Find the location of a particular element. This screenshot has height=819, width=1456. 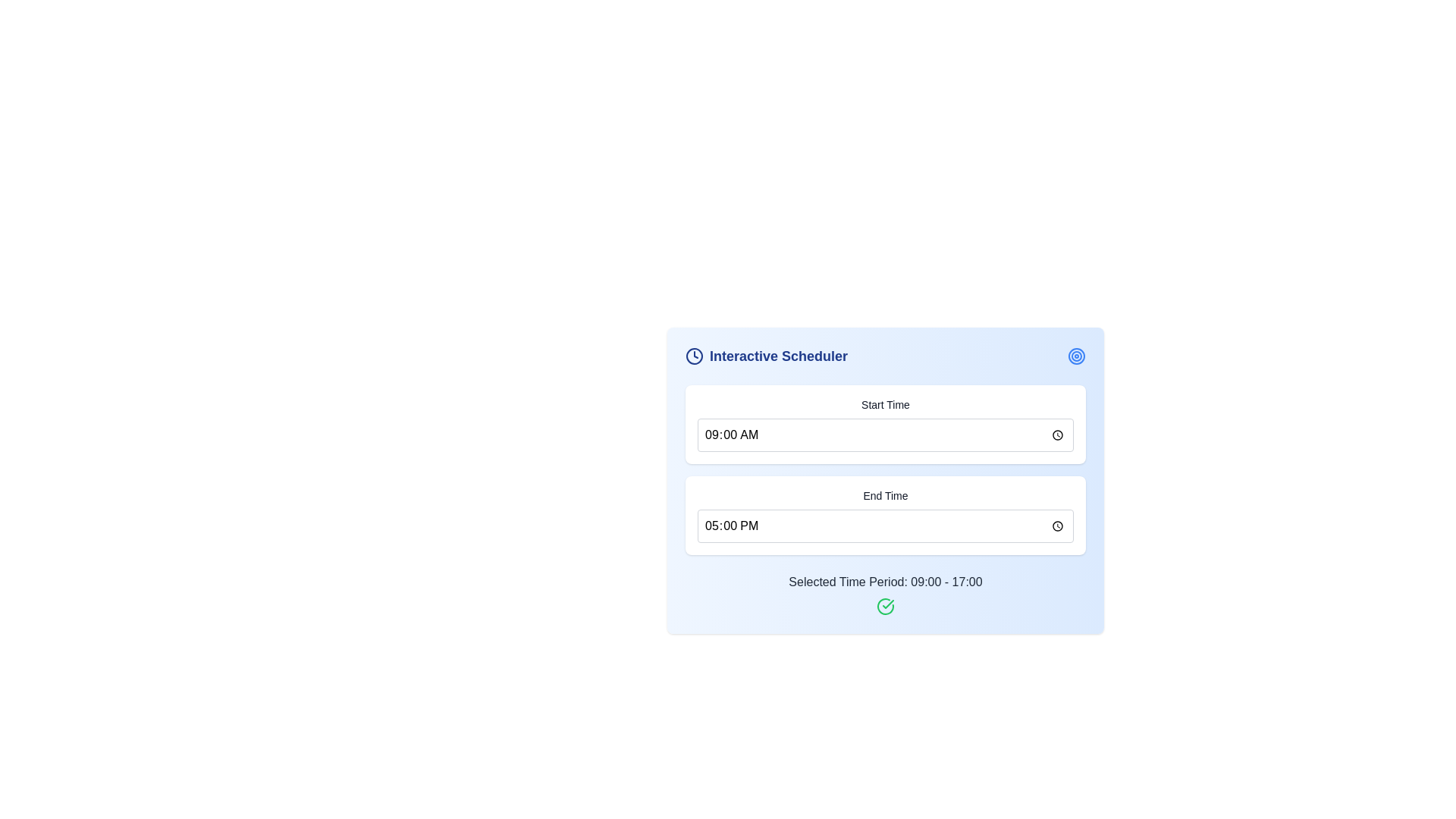

the time-related icon located to the left of the 'Interactive Scheduler' text in the header section is located at coordinates (694, 356).